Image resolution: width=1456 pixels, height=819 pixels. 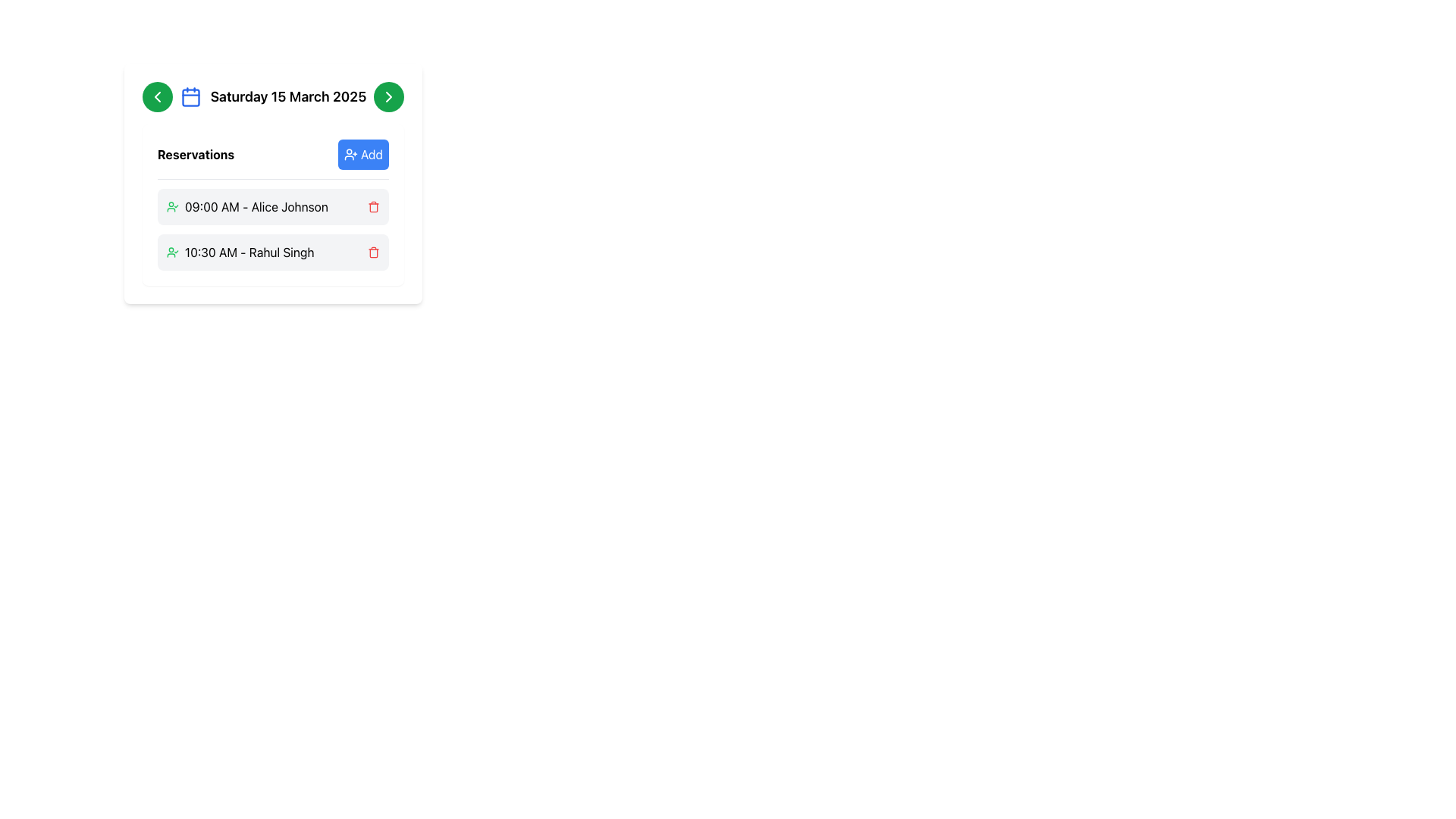 What do you see at coordinates (256, 207) in the screenshot?
I see `text displayed in the first reservation entry under the 'Reservations' heading, which shows '10:30 AM - Rahul Singh' as part of the Static Text Label for March 15, 2025` at bounding box center [256, 207].